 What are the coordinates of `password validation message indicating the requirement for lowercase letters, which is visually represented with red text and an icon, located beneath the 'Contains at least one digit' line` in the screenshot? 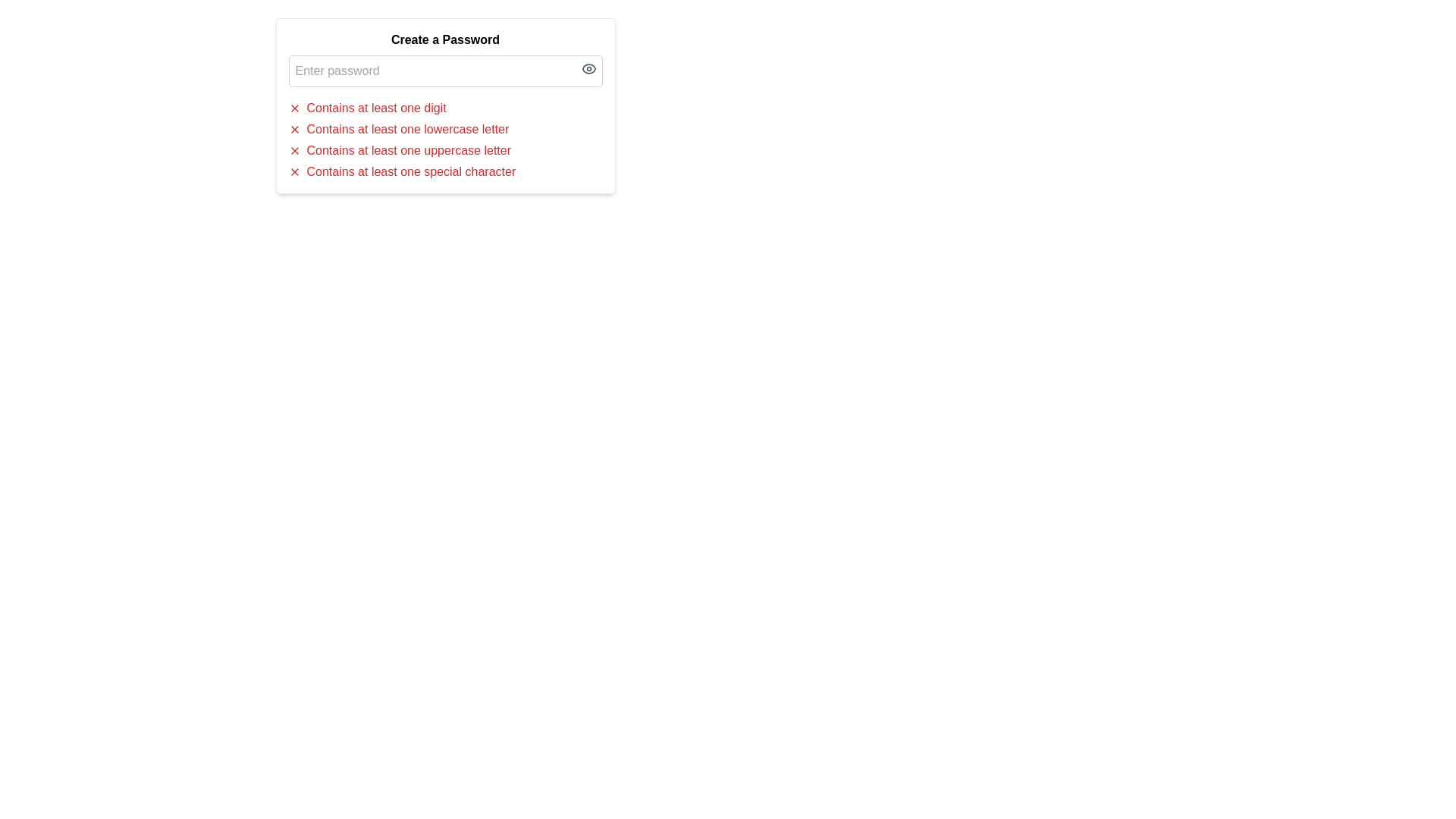 It's located at (444, 128).